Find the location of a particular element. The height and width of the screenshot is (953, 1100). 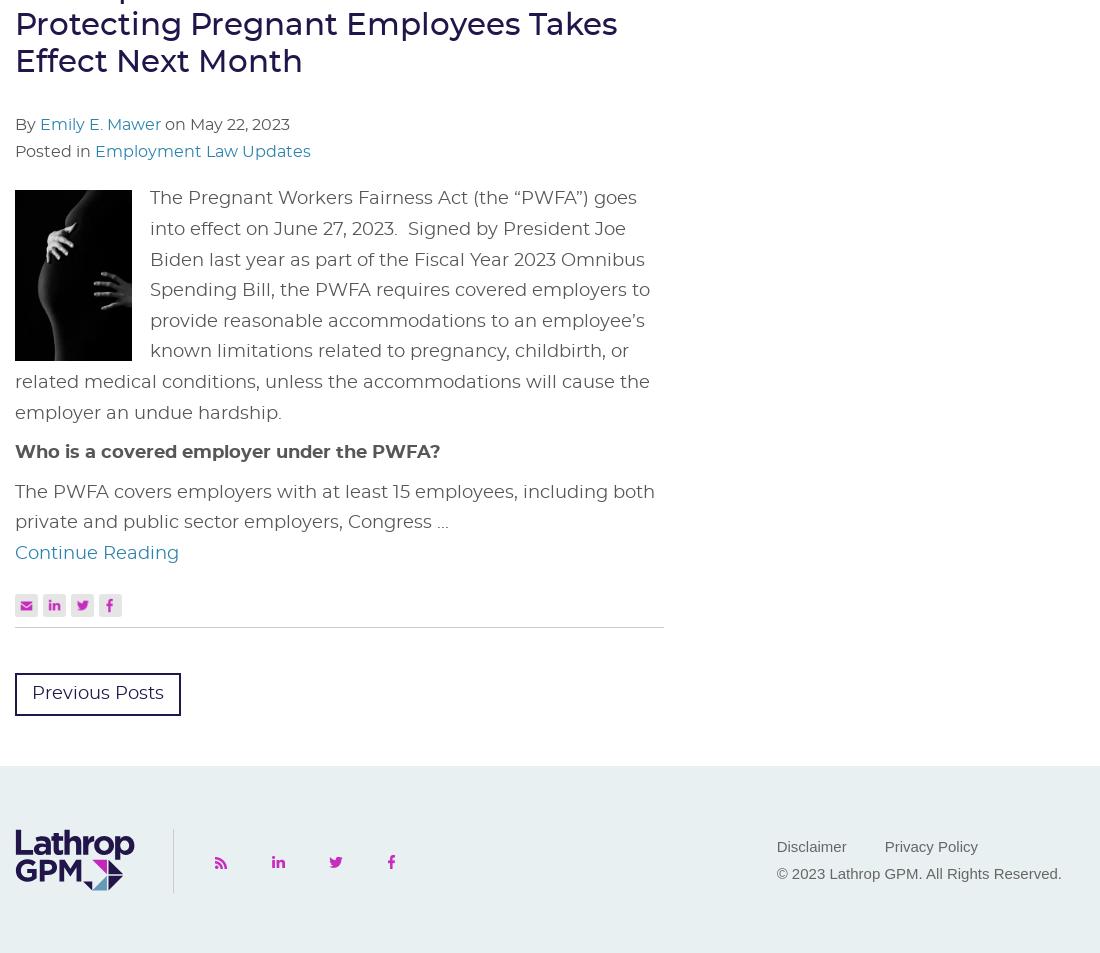

'© 2023 Lathrop GPM. All Rights Reserved.' is located at coordinates (919, 872).